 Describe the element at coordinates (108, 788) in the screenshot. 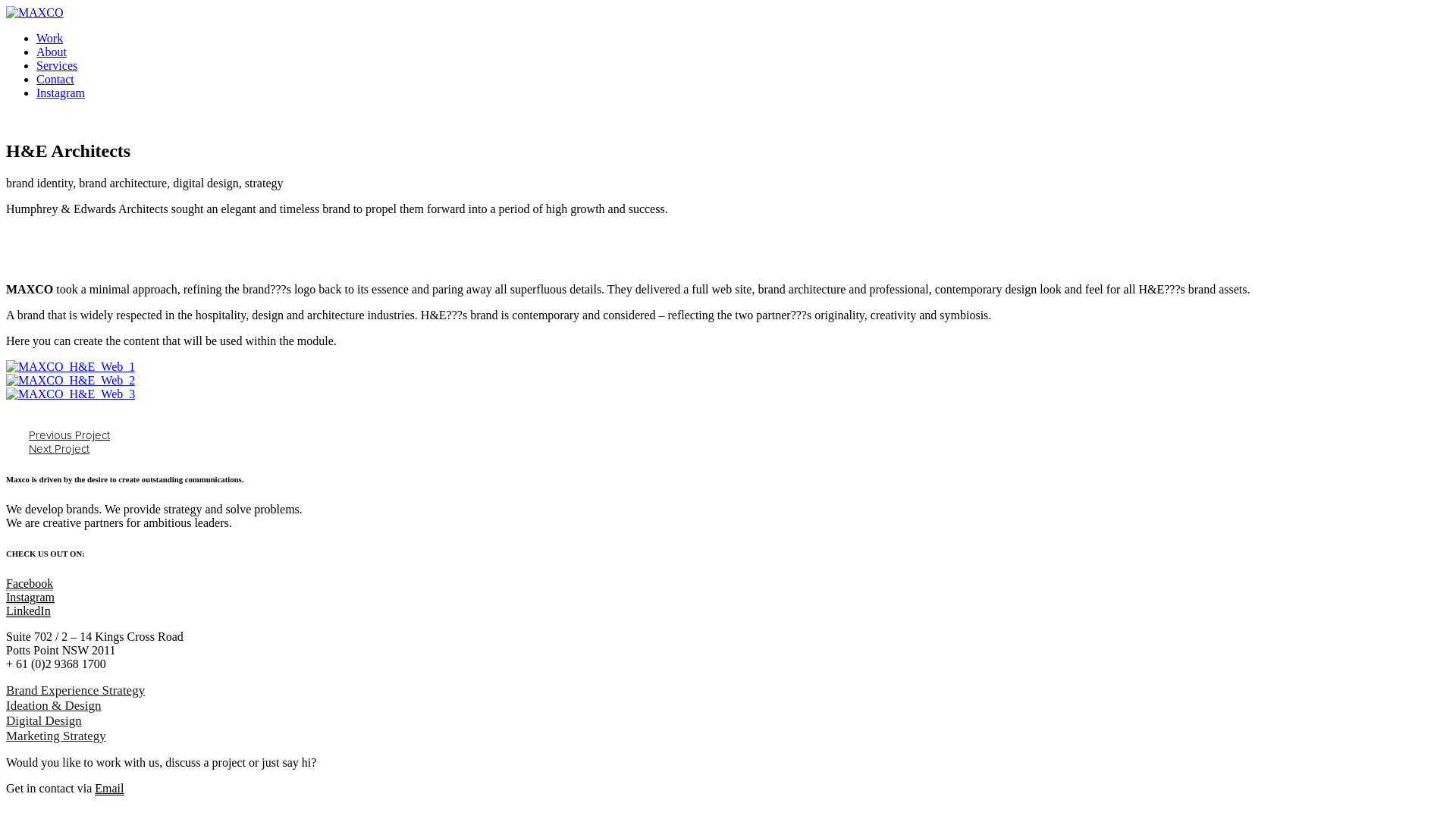

I see `'Email'` at that location.